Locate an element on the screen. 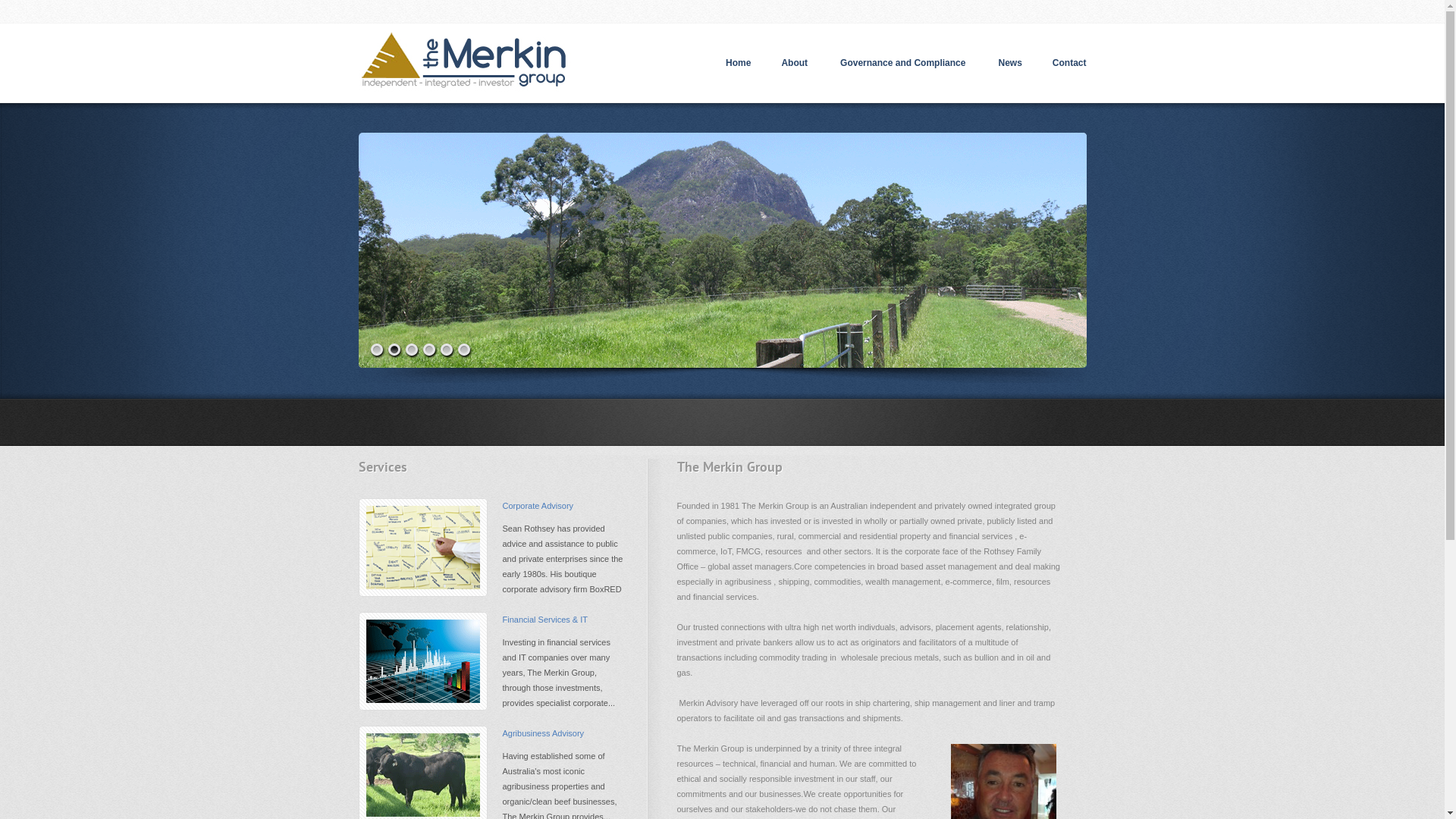 This screenshot has height=819, width=1456. 'Contact' is located at coordinates (1068, 62).